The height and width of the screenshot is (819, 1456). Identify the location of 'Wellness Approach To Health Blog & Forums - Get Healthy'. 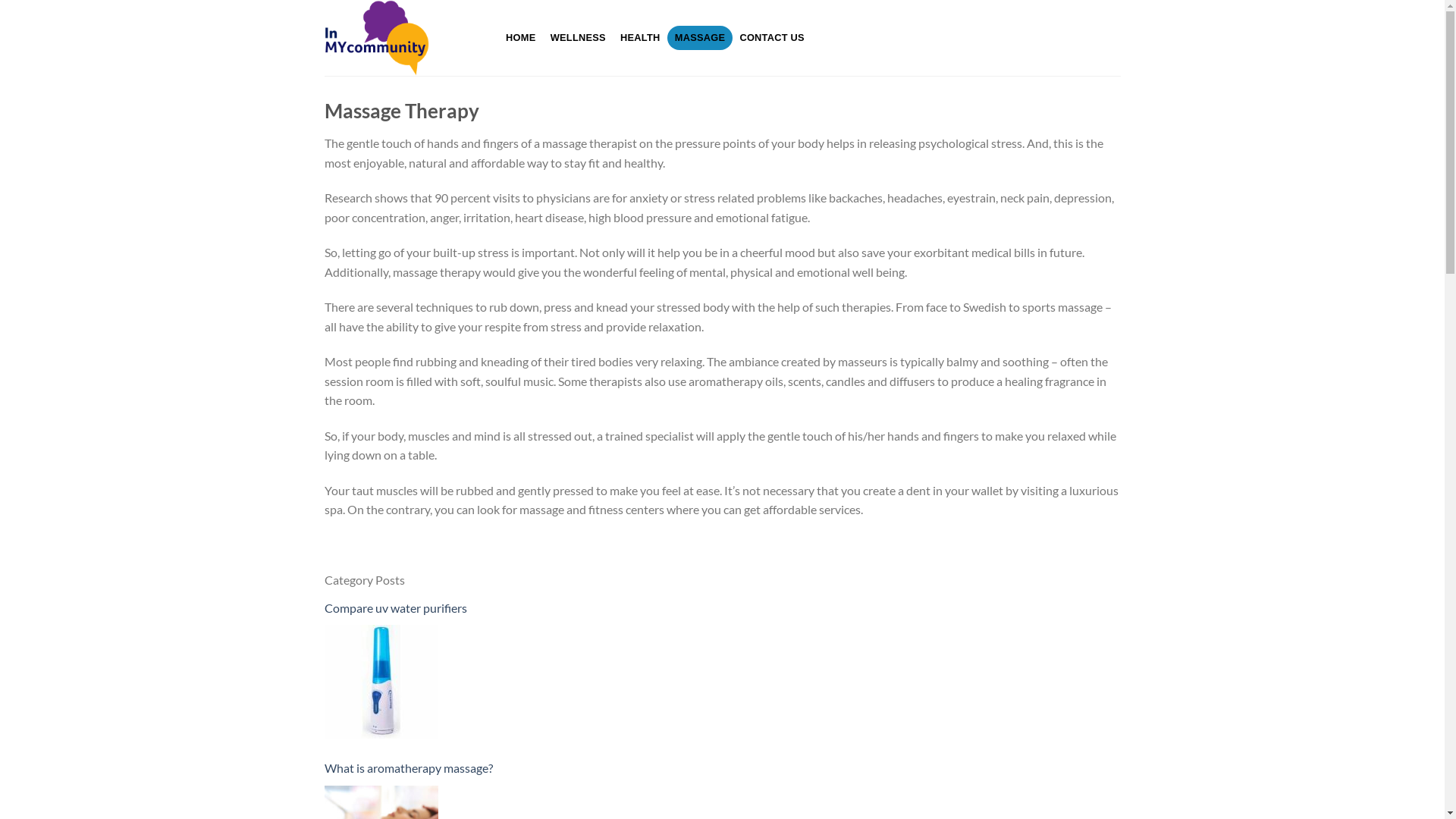
(323, 37).